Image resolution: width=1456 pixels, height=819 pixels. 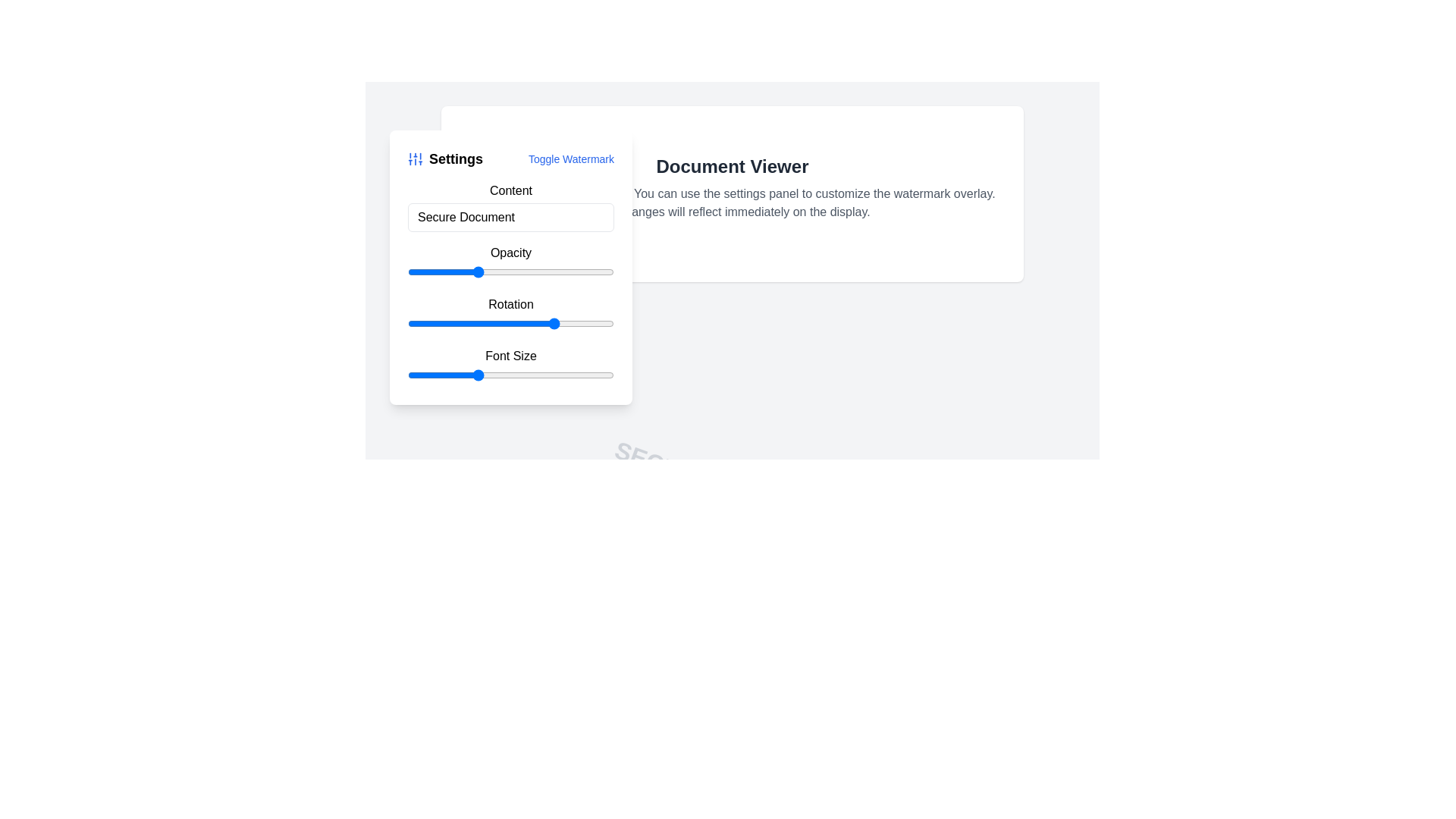 What do you see at coordinates (581, 323) in the screenshot?
I see `rotation` at bounding box center [581, 323].